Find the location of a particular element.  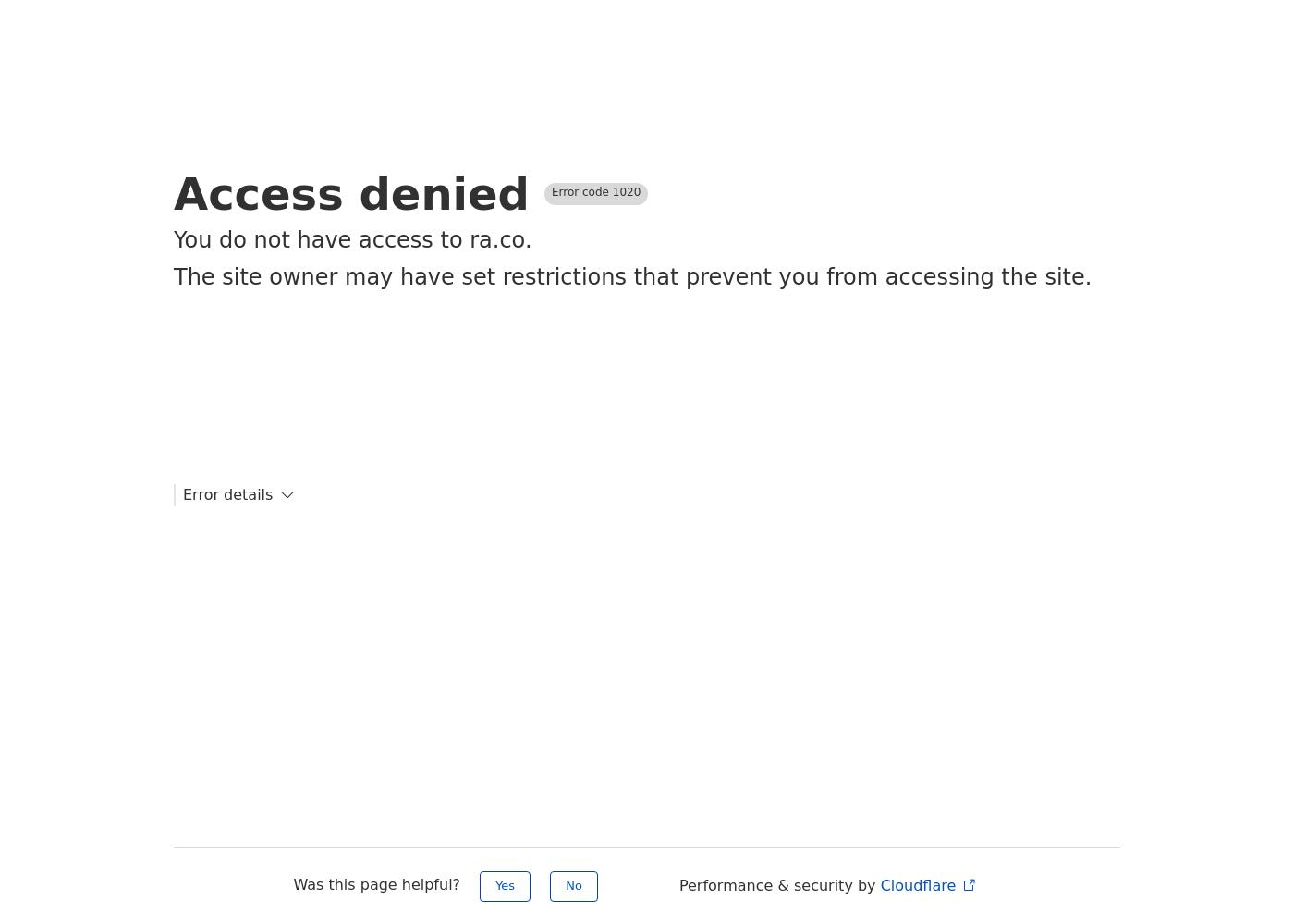

'Error details' is located at coordinates (227, 494).